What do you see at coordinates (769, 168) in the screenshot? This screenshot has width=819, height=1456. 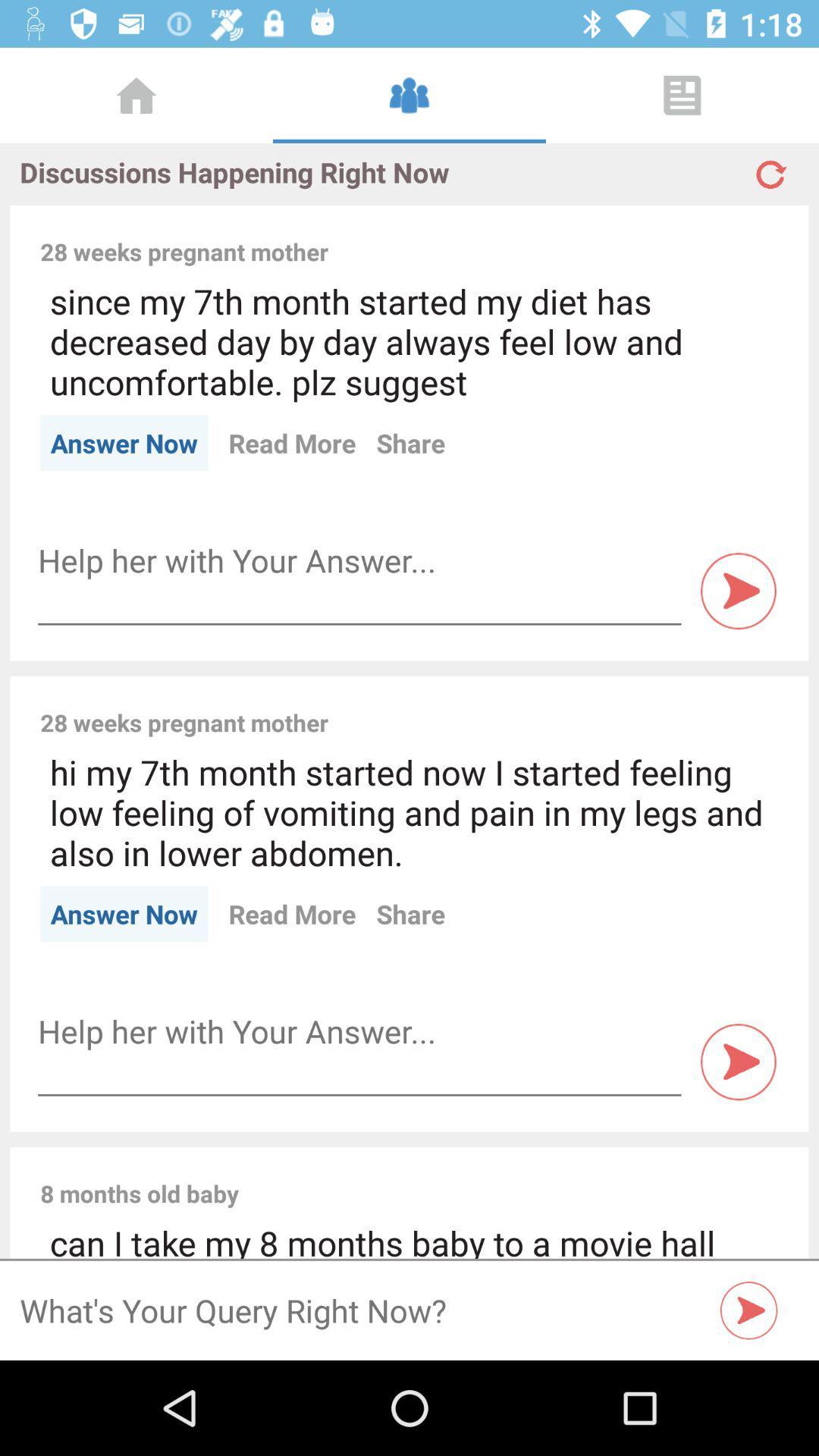 I see `refresh` at bounding box center [769, 168].